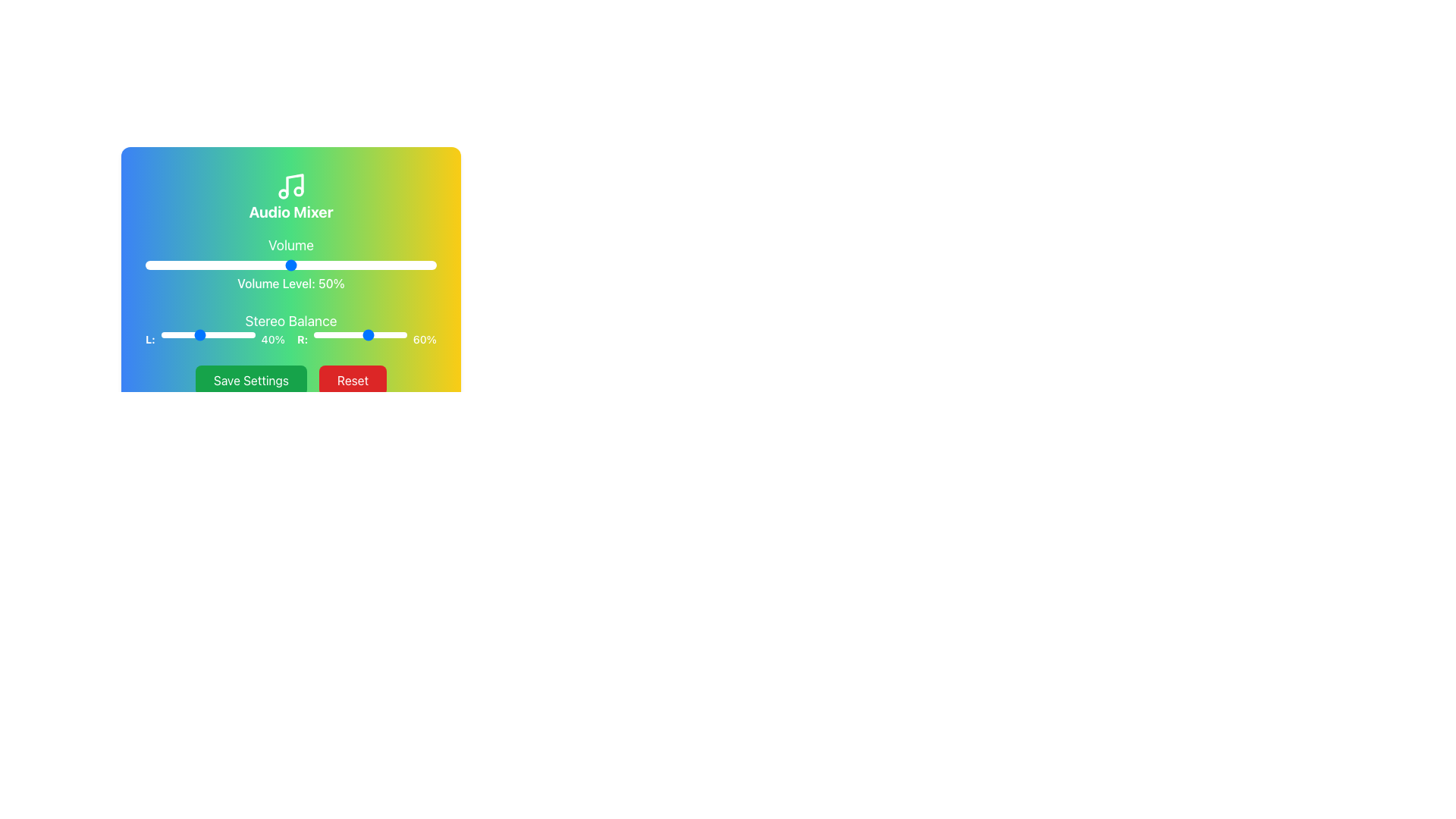 The width and height of the screenshot is (1456, 819). I want to click on the R value, so click(378, 334).